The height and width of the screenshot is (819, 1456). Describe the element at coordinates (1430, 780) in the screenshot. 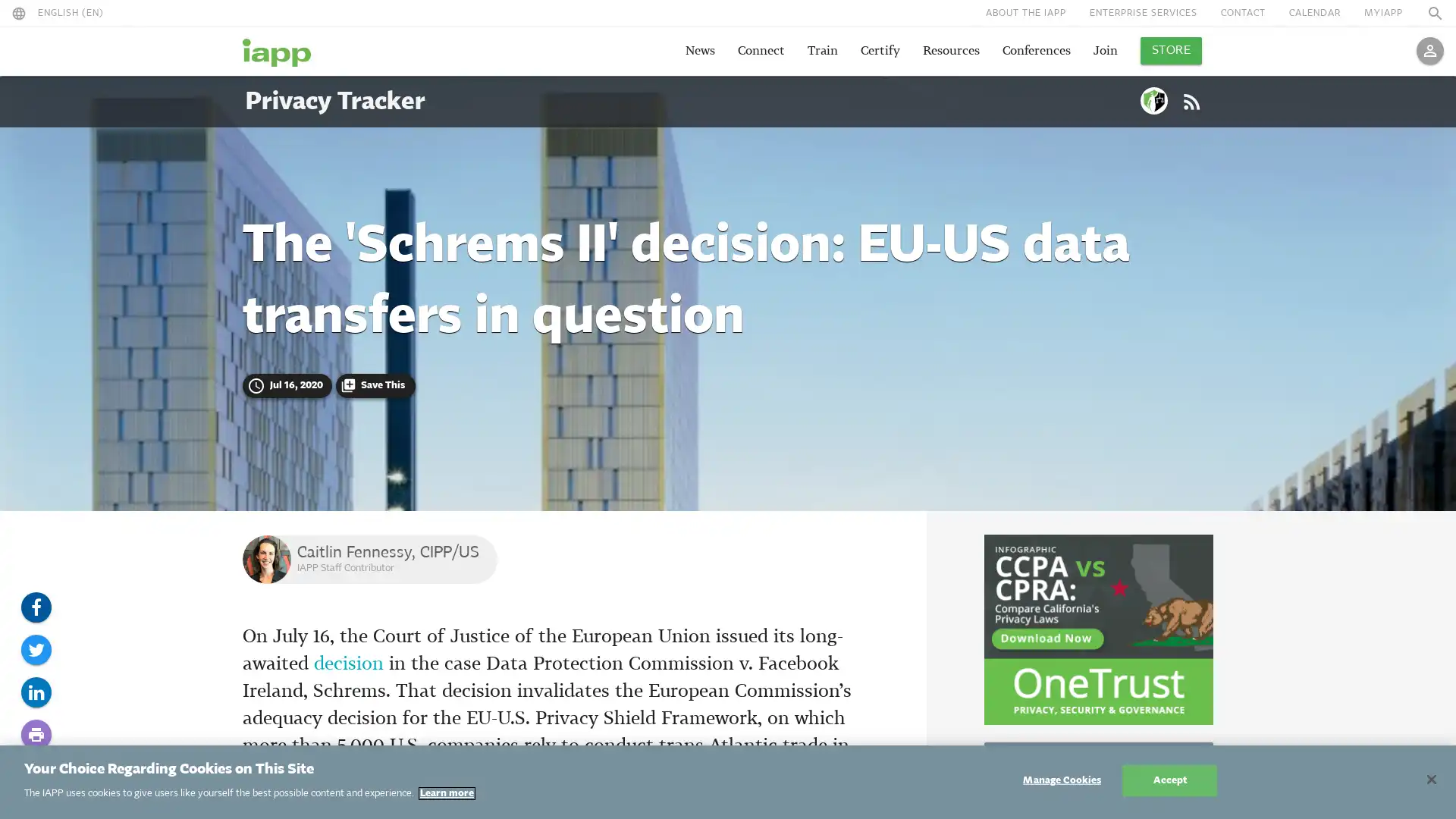

I see `Close` at that location.